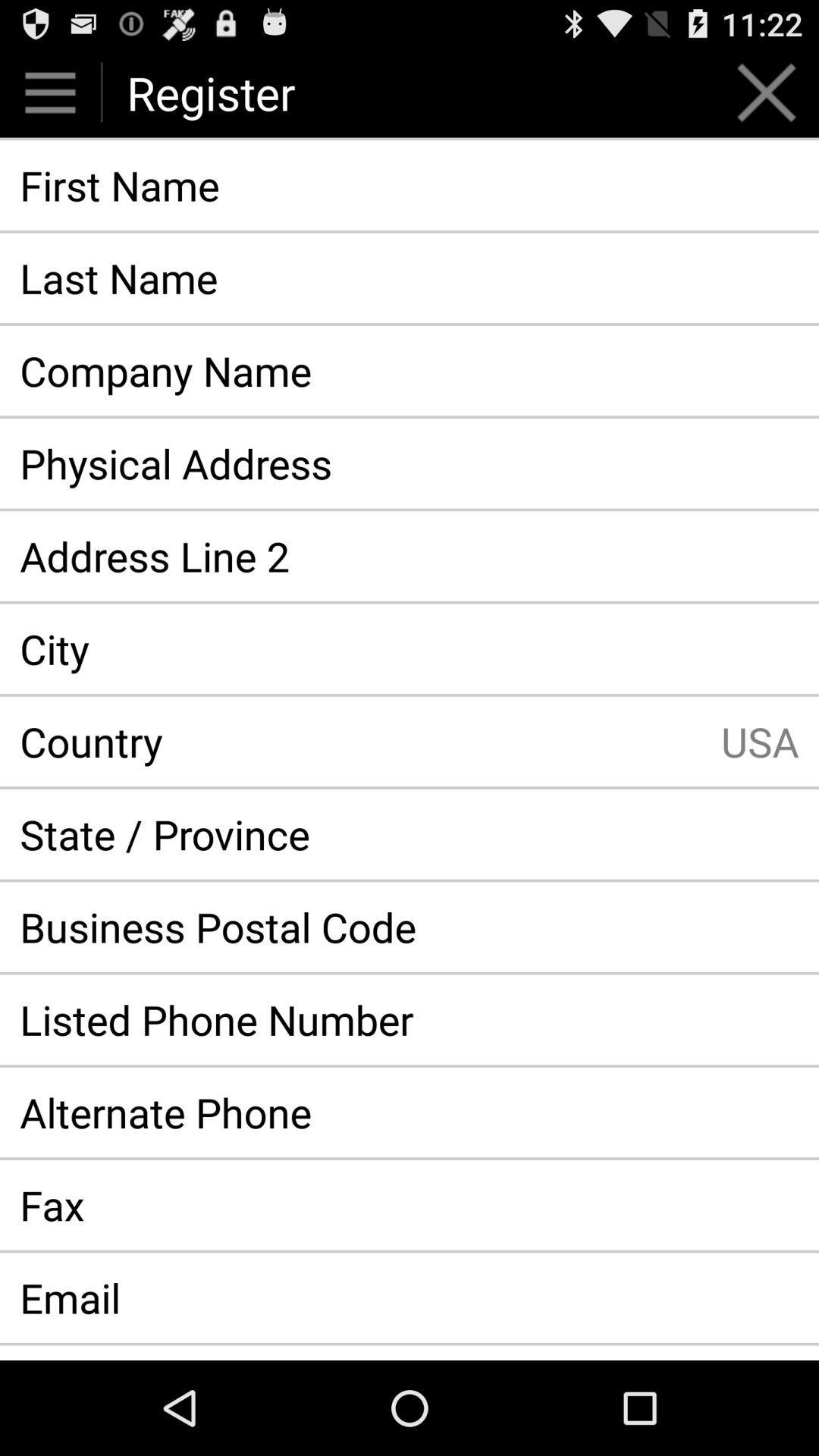  What do you see at coordinates (766, 92) in the screenshot?
I see `the icon which is next to the register` at bounding box center [766, 92].